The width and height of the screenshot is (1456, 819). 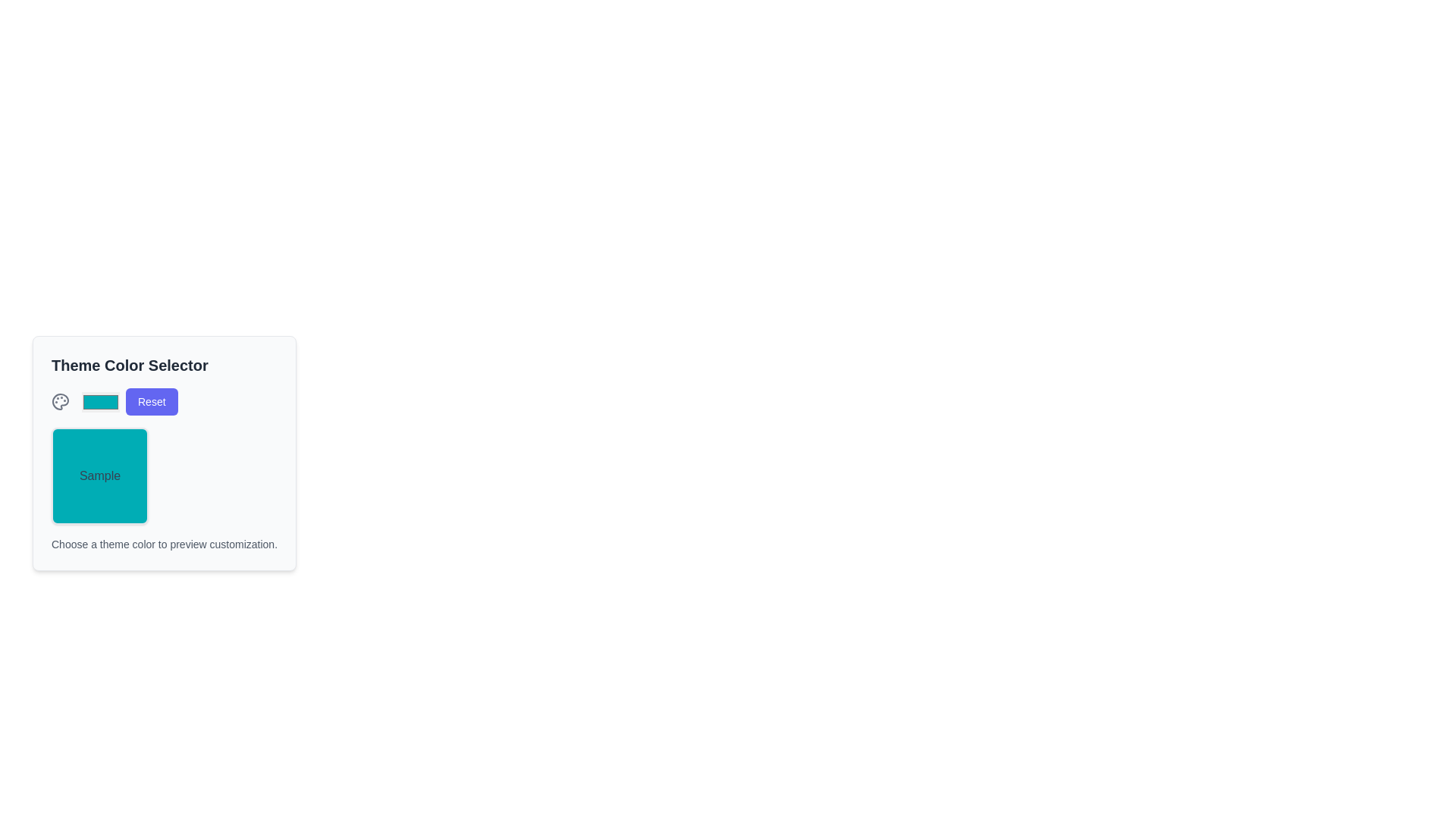 I want to click on the 'Reset' button located on the right side of the top row within the 'Theme Color Selector' interface to reset the theme color settings to their default state, so click(x=152, y=400).